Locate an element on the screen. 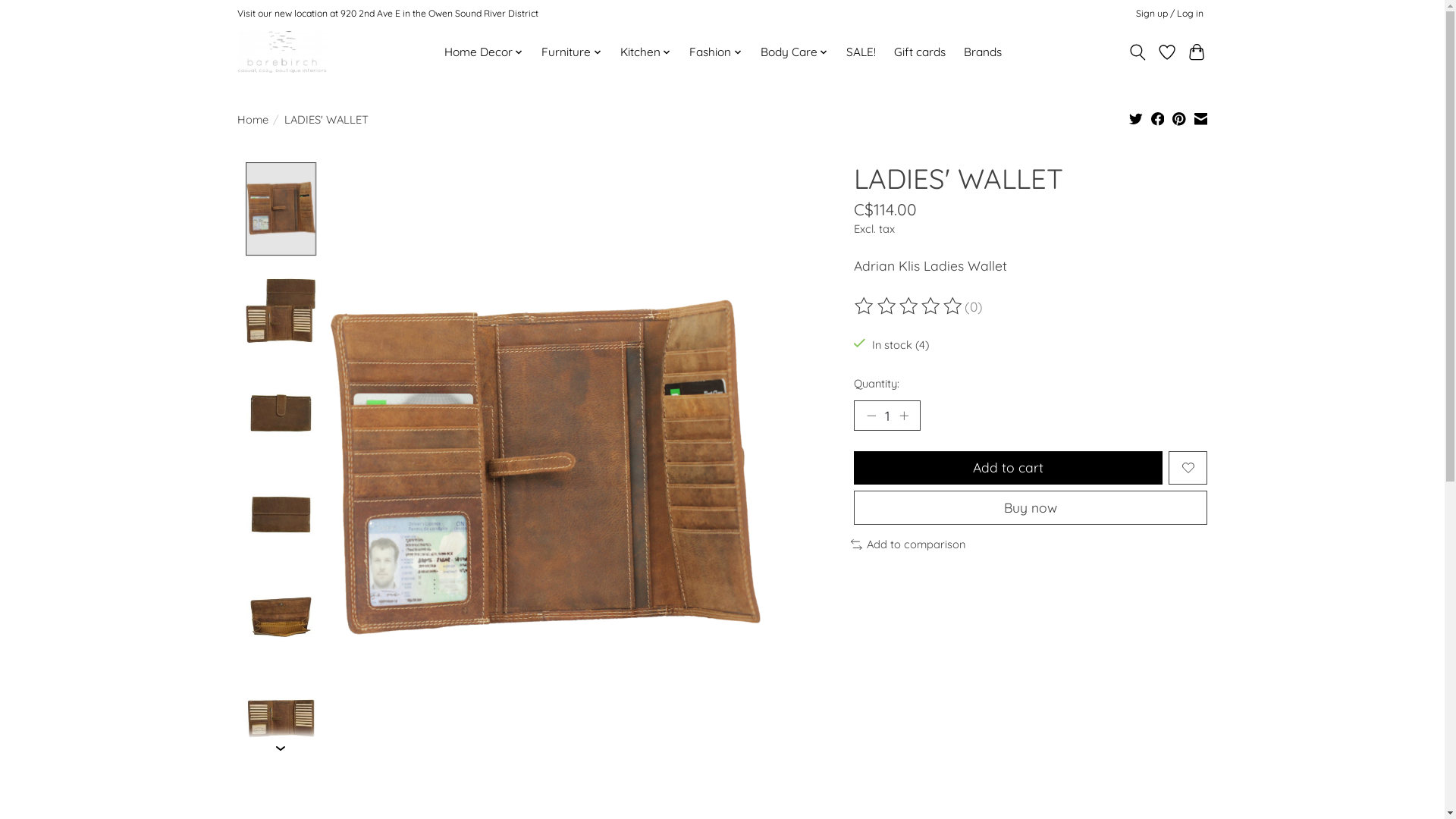  'Share on Facebook' is located at coordinates (1156, 119).